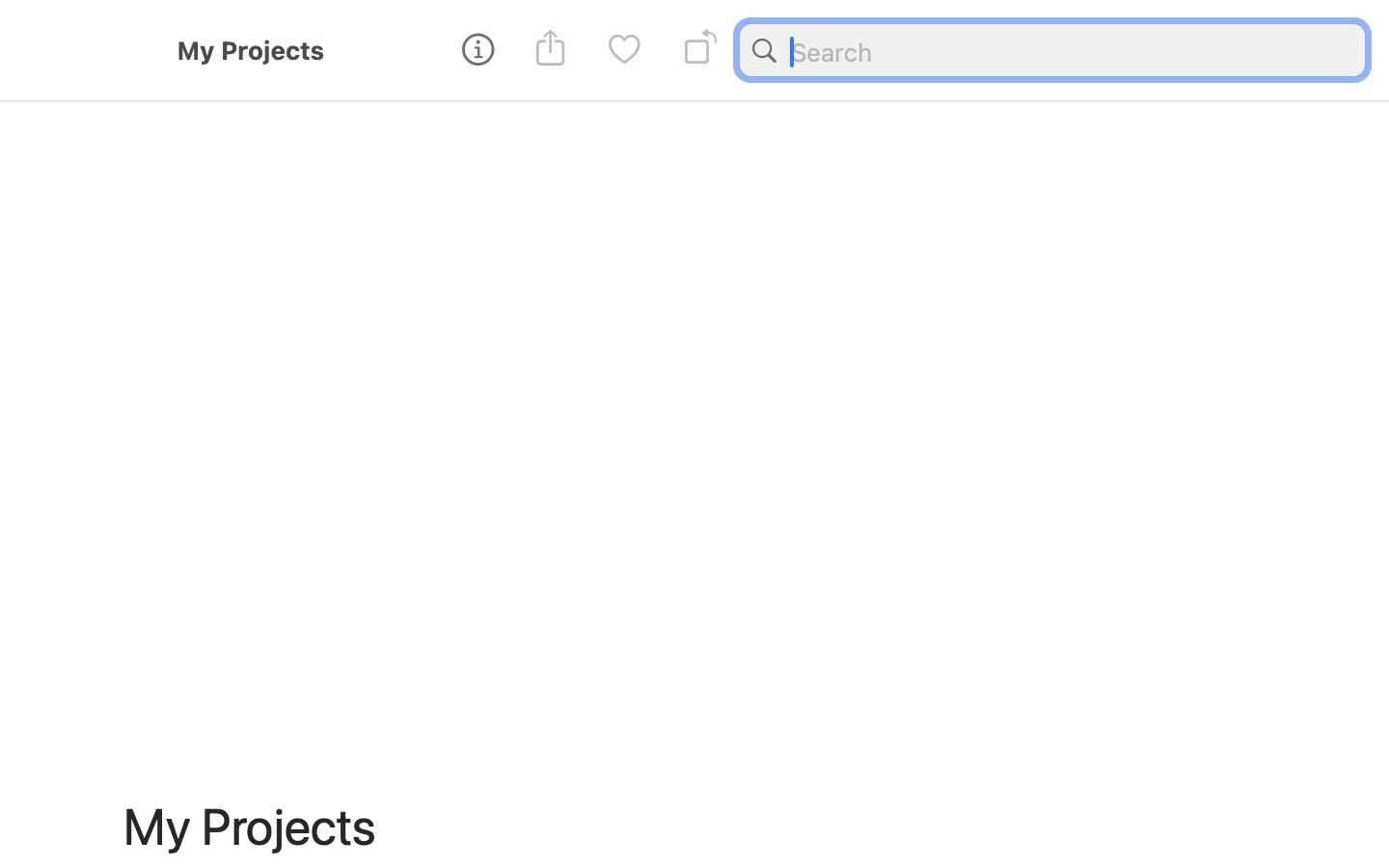  What do you see at coordinates (622, 49) in the screenshot?
I see `'0'` at bounding box center [622, 49].